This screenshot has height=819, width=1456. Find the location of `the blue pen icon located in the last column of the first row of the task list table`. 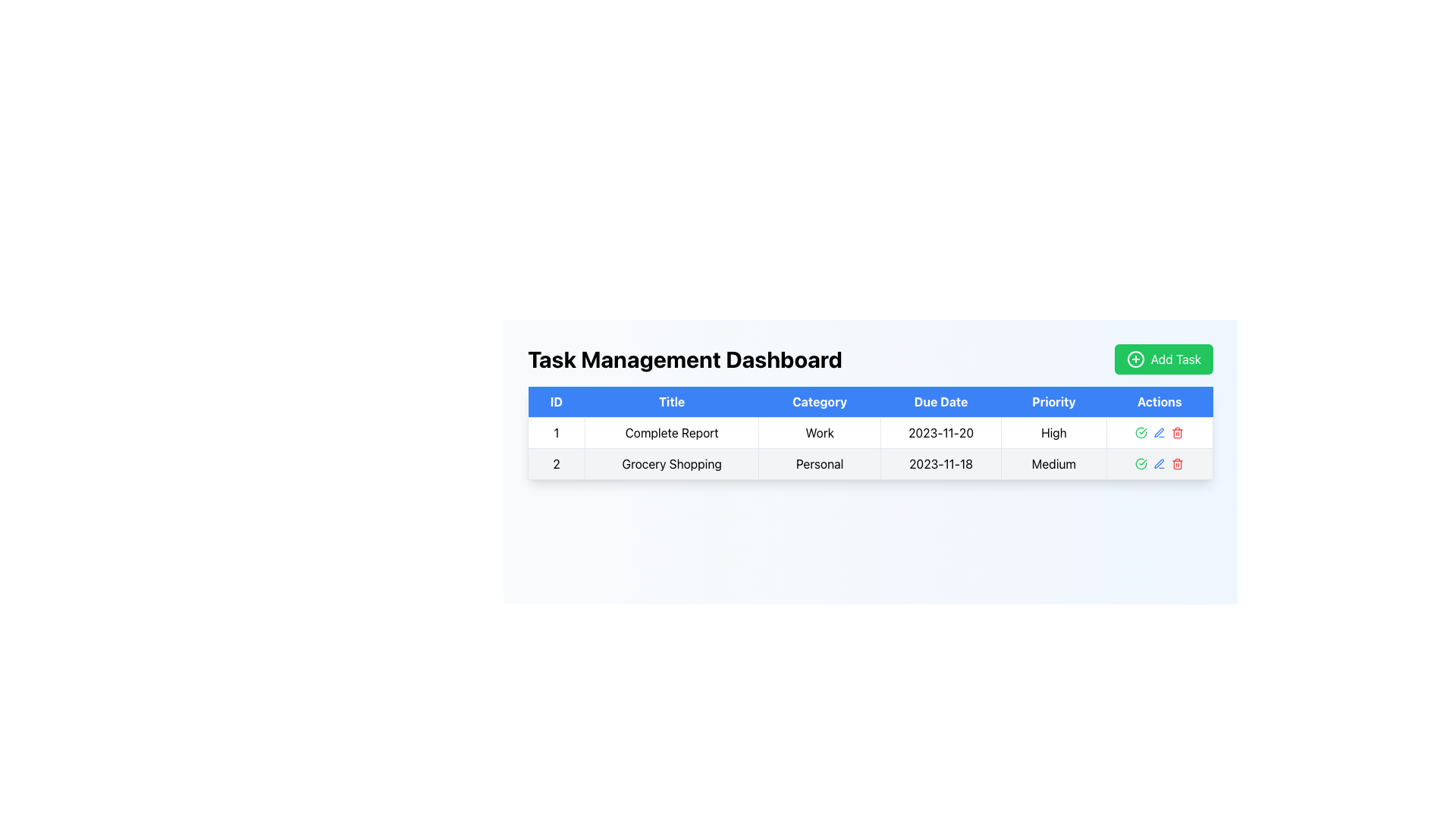

the blue pen icon located in the last column of the first row of the task list table is located at coordinates (1159, 432).